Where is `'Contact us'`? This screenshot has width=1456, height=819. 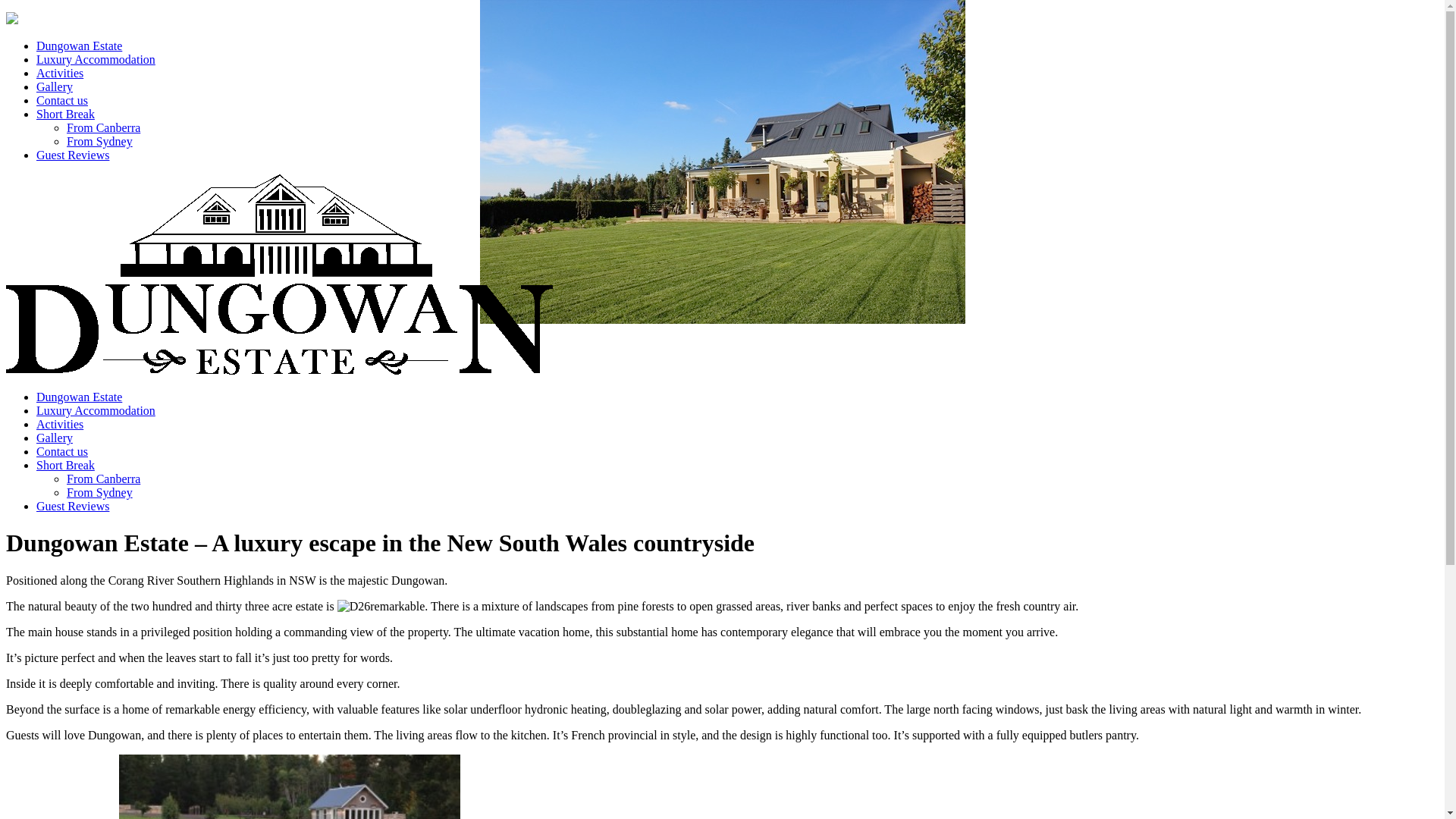 'Contact us' is located at coordinates (61, 450).